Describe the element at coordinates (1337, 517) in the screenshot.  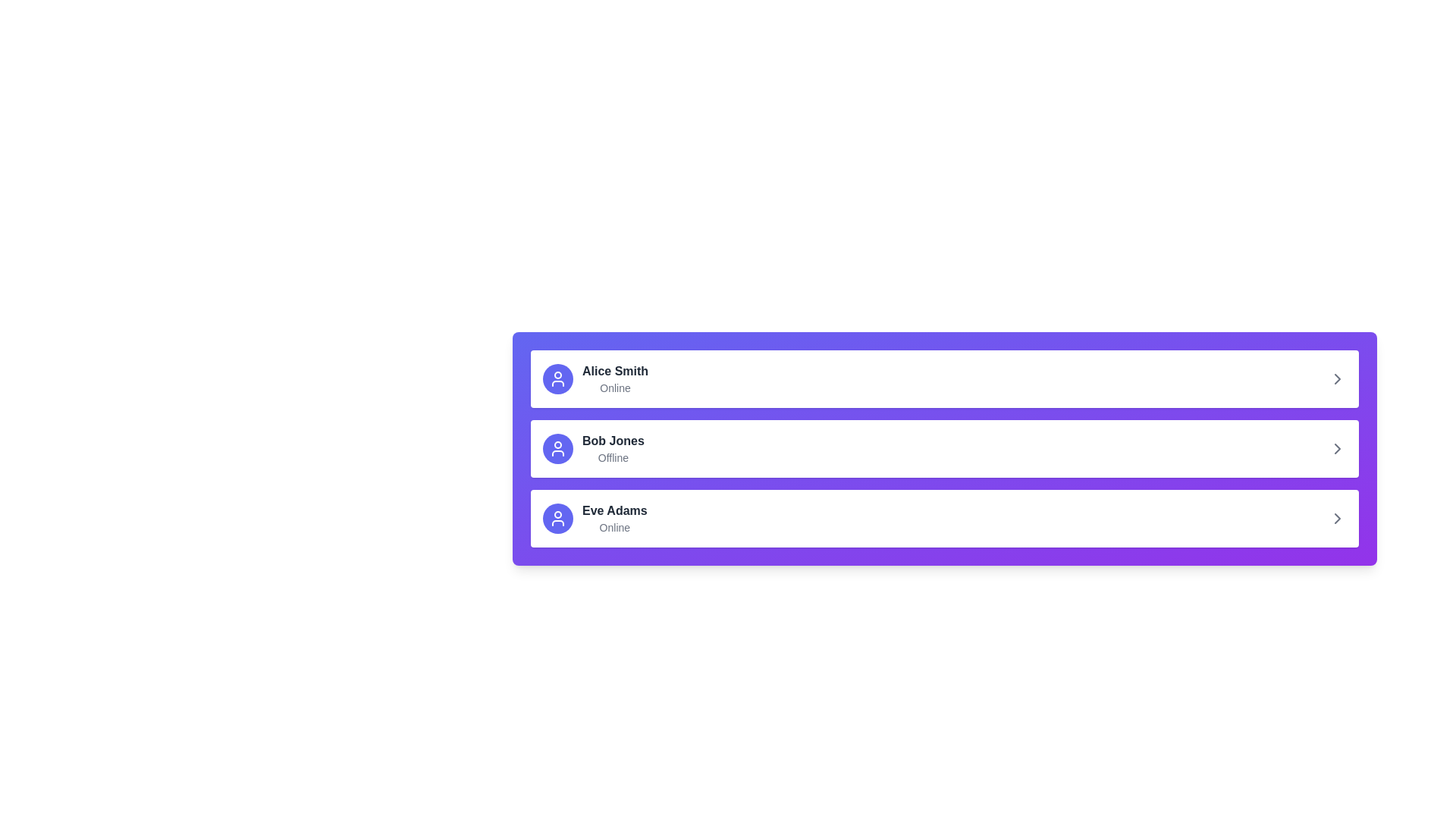
I see `the chevron-right icon located on the far right of the row associated with 'Eve Adams' for potential visual changes` at that location.